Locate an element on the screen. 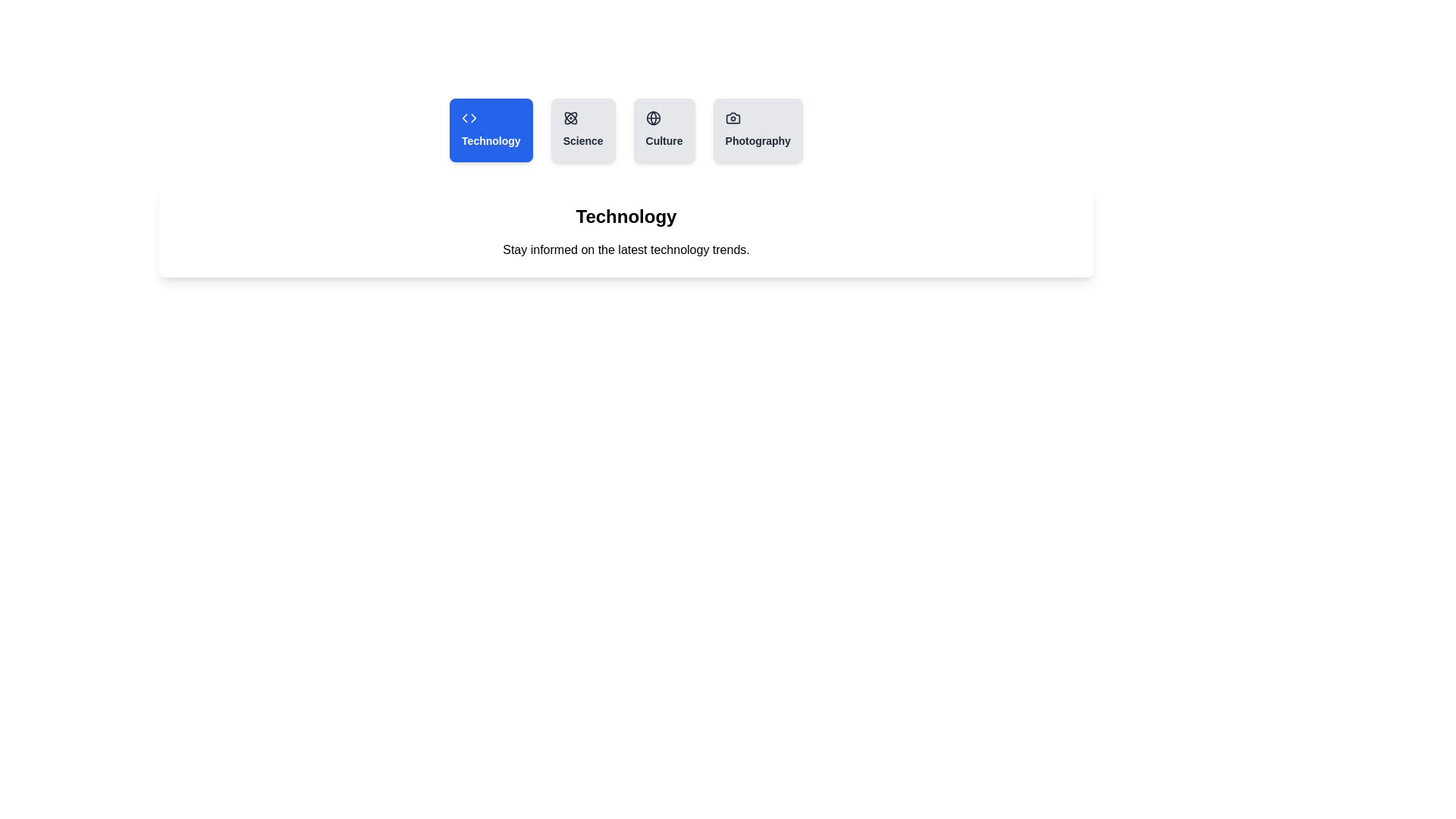 The image size is (1456, 819). the text within the content area is located at coordinates (626, 231).